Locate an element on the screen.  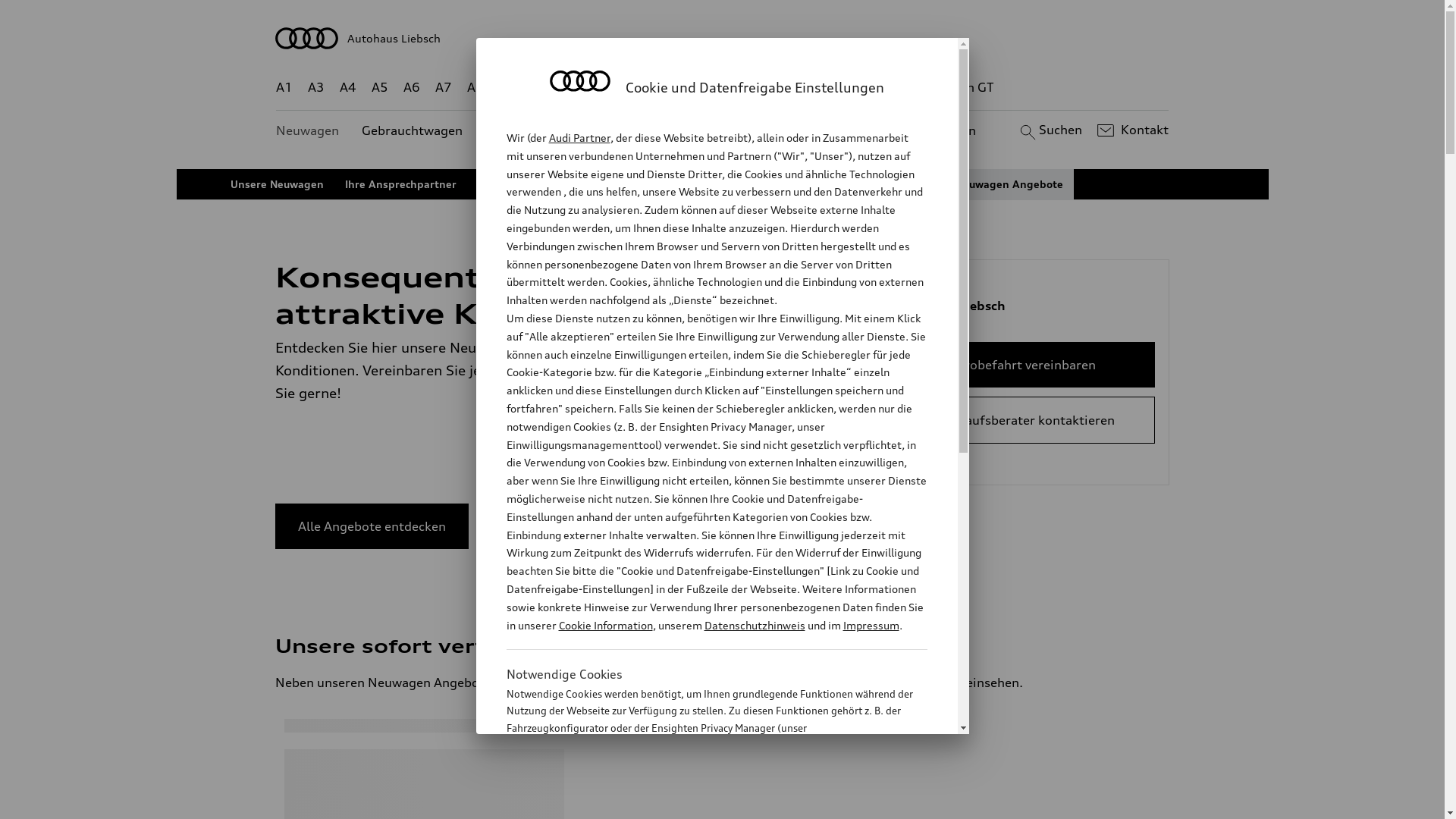
'Unsere Neuwagen' is located at coordinates (218, 184).